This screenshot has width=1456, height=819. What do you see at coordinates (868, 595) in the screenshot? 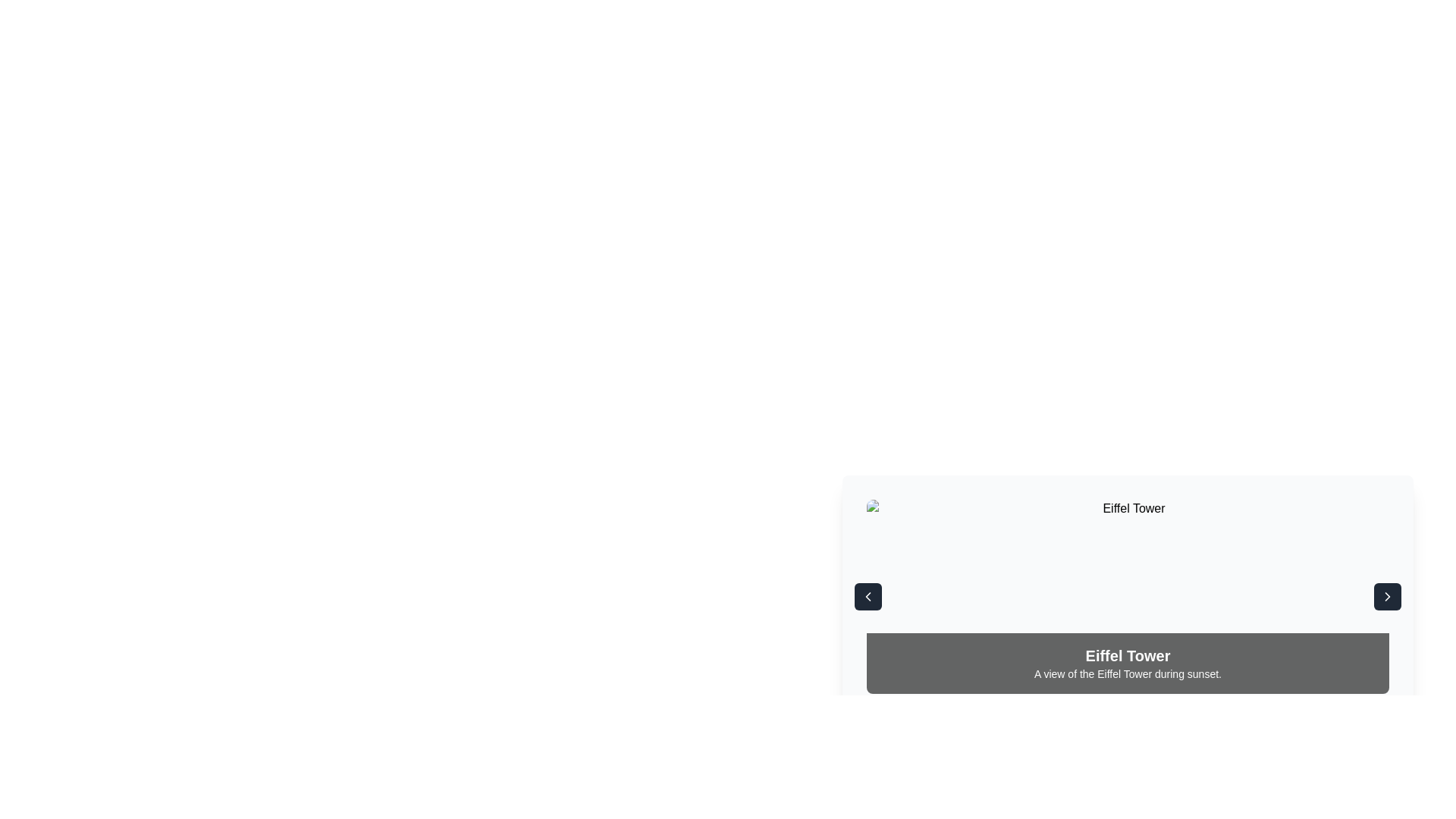
I see `the chevron-shaped icon pointing to the left, located within a small dark button in the top-left sector of the interface` at bounding box center [868, 595].